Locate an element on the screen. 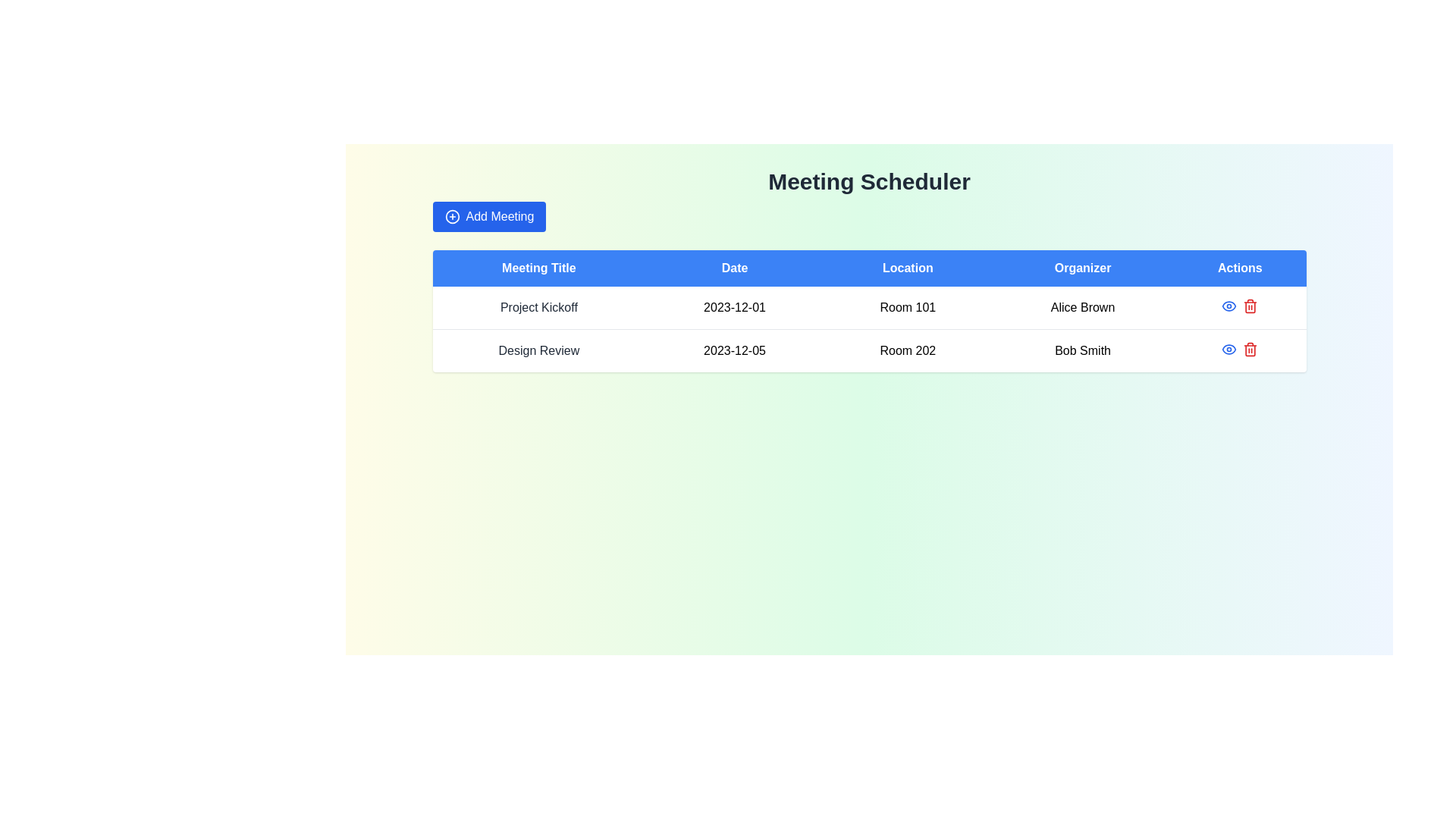 This screenshot has height=819, width=1456. the text label 'Alice Brown' located under the 'Organizer' column in the first row of the table, which is positioned to the right of 'Room 101' is located at coordinates (1082, 307).